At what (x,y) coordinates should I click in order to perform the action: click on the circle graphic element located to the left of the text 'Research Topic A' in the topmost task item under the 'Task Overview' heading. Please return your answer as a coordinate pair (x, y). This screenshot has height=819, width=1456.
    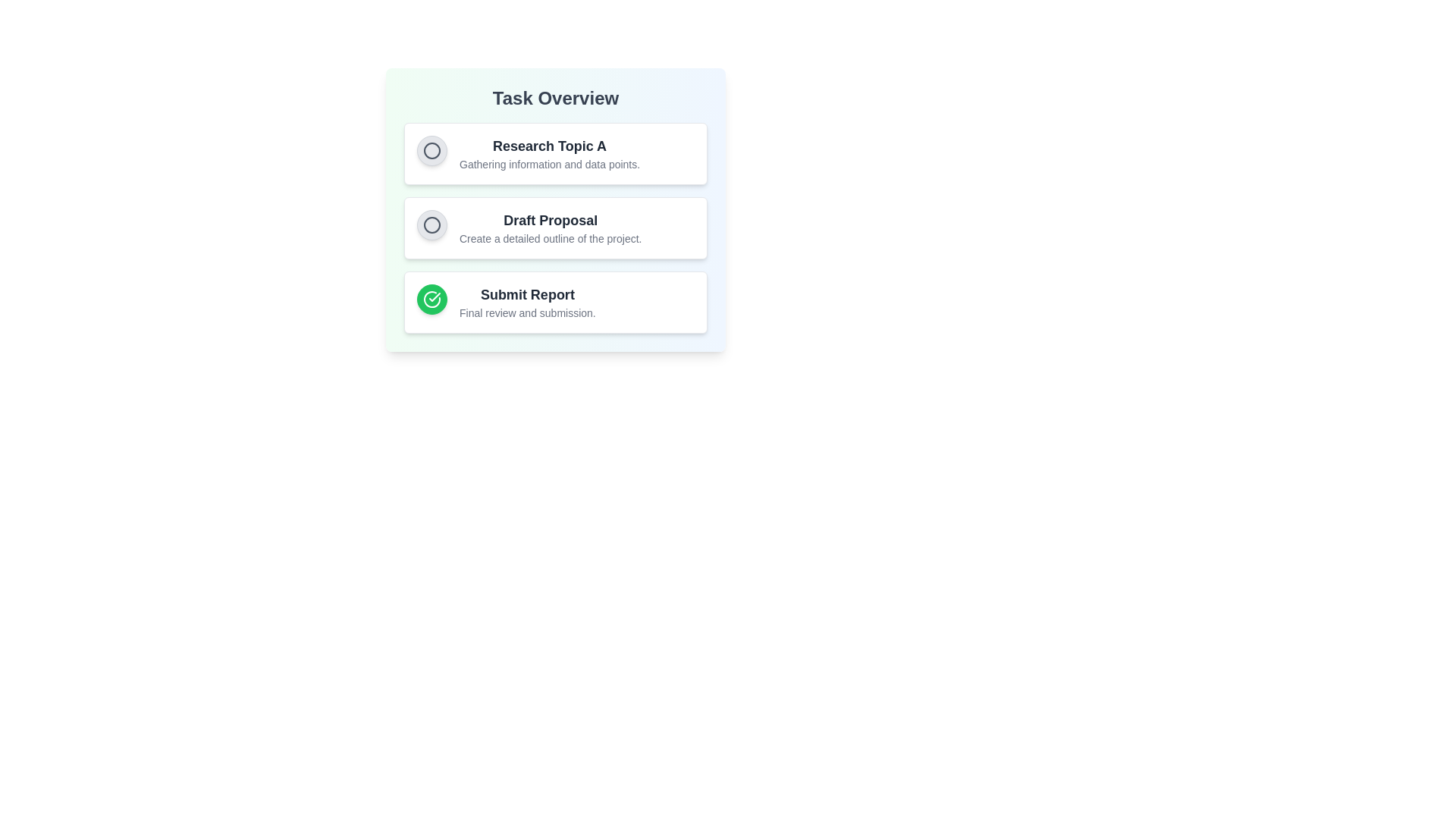
    Looking at the image, I should click on (431, 151).